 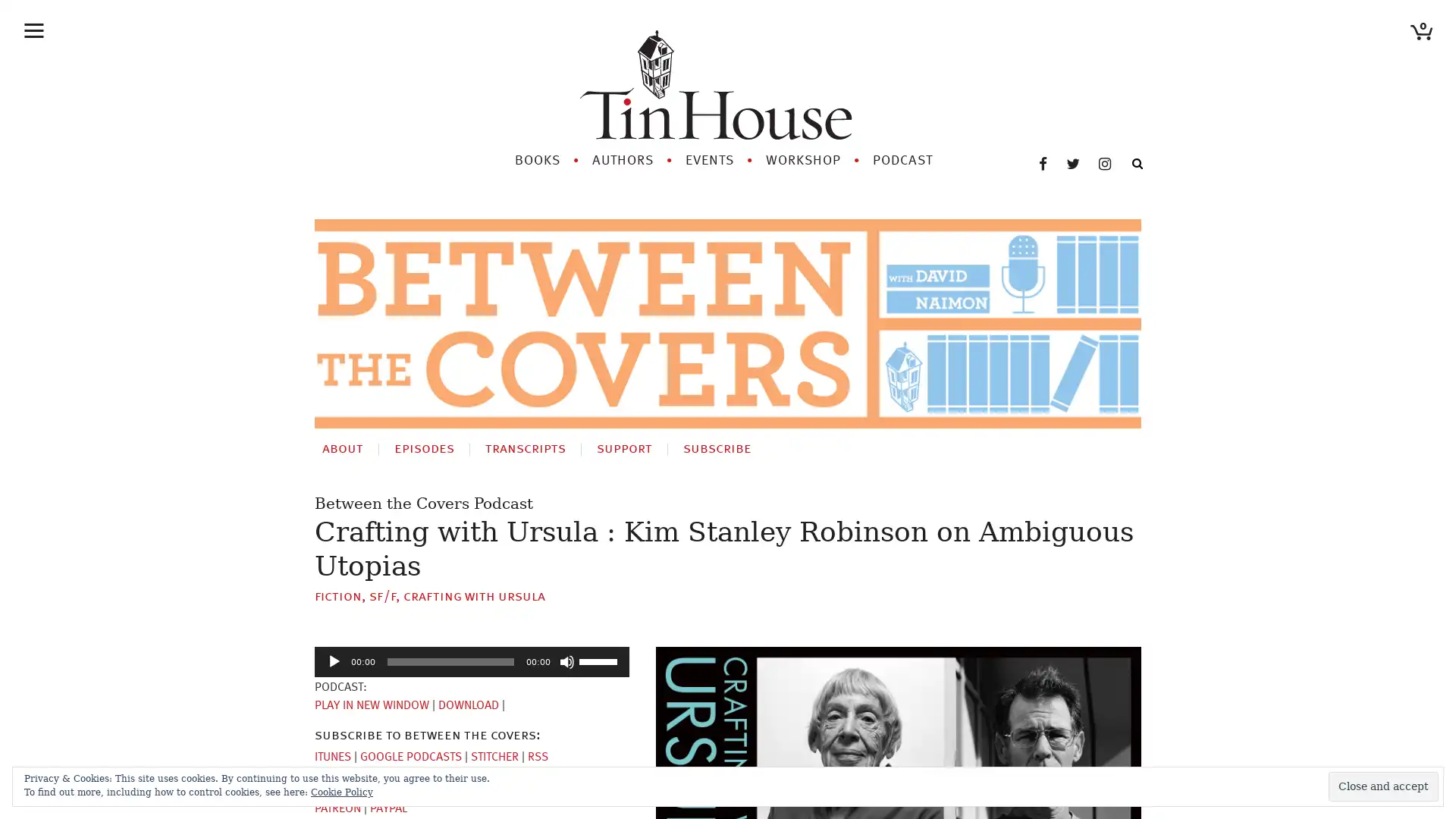 I want to click on Mute, so click(x=566, y=642).